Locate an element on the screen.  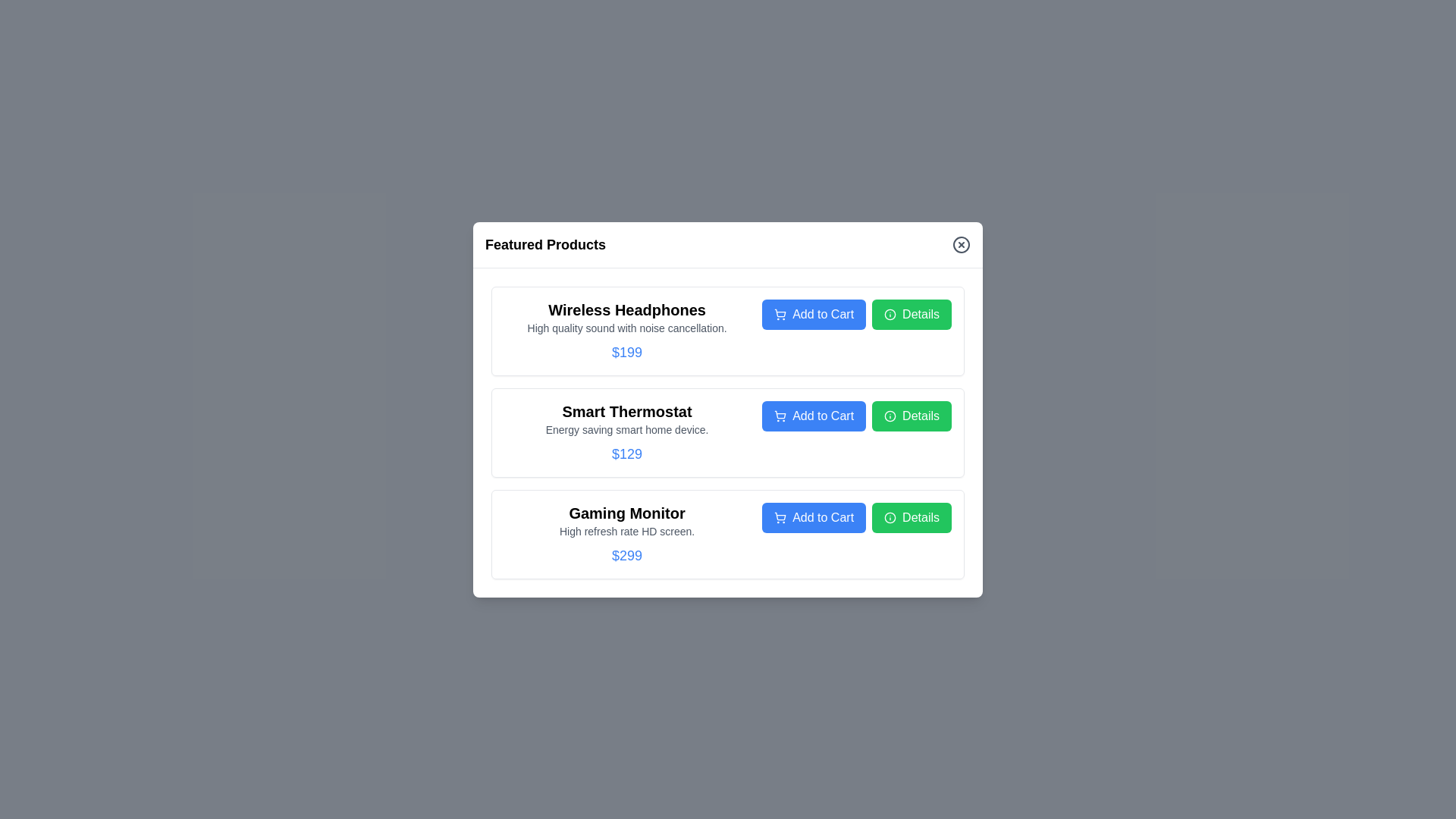
'Details' button for the product Gaming Monitor is located at coordinates (911, 516).